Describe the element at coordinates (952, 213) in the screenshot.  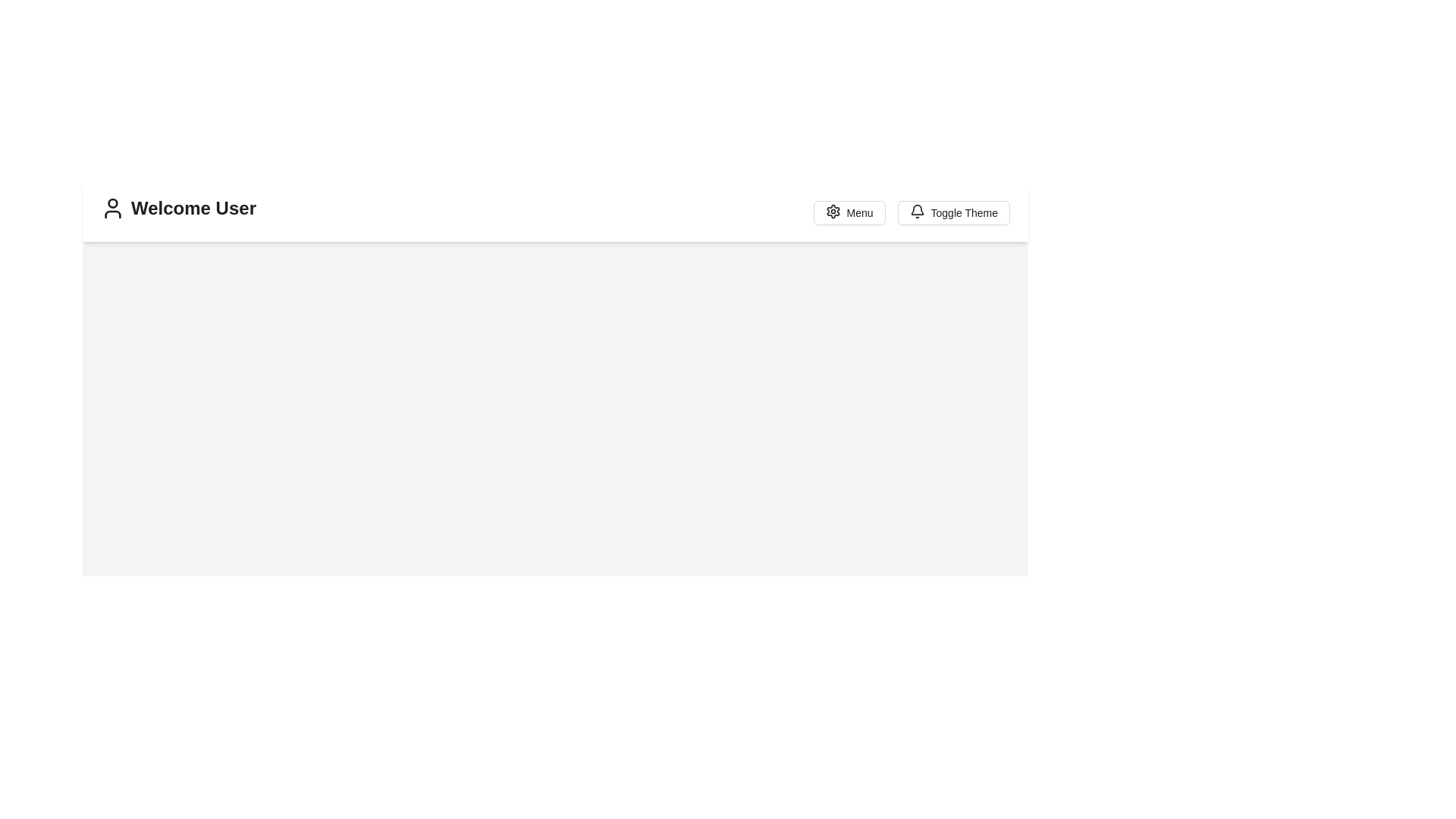
I see `the theme toggle button located in the top-right corner of the interface to switch between light and dark themes` at that location.